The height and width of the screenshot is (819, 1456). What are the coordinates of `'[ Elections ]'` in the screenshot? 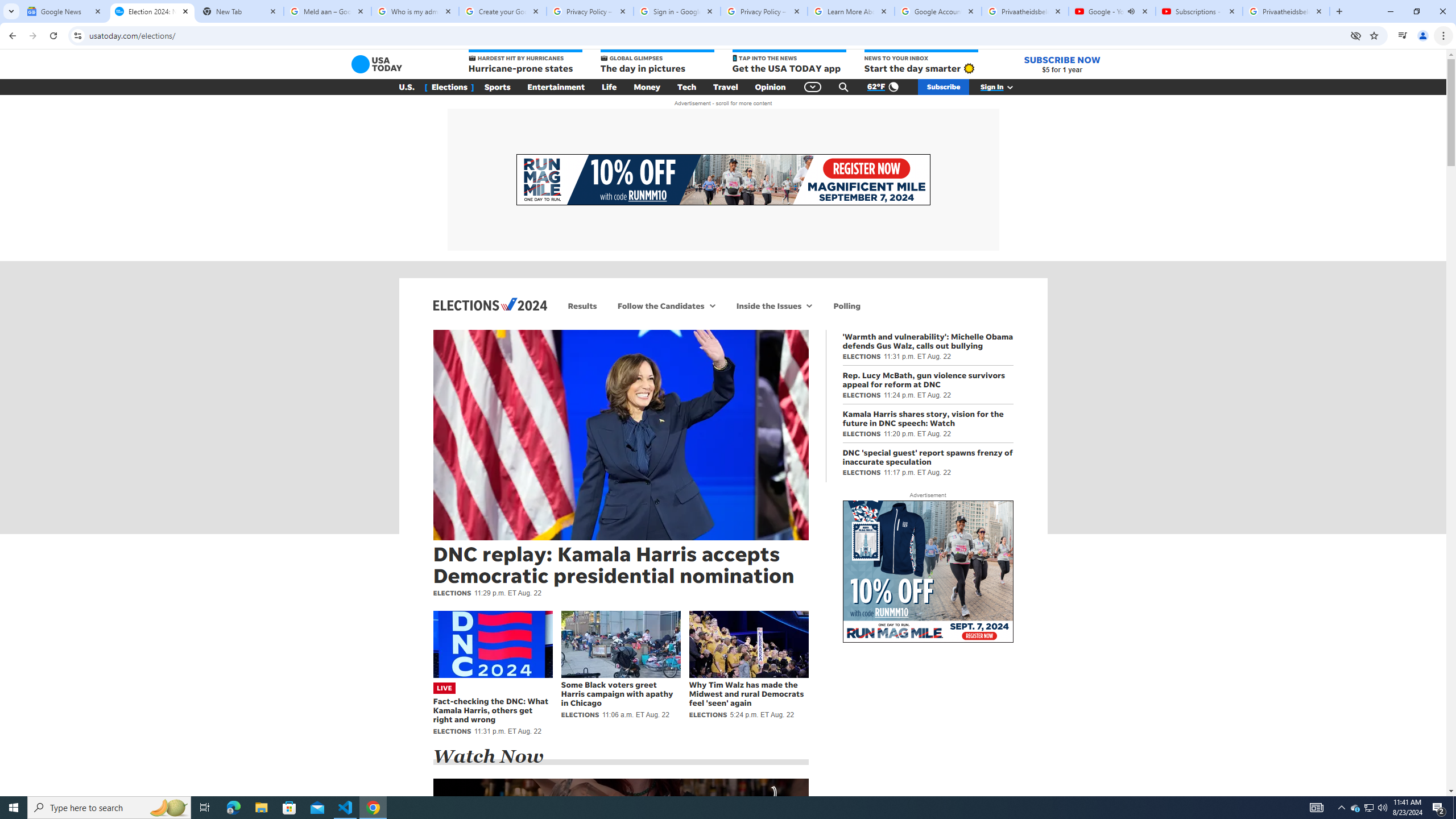 It's located at (448, 87).